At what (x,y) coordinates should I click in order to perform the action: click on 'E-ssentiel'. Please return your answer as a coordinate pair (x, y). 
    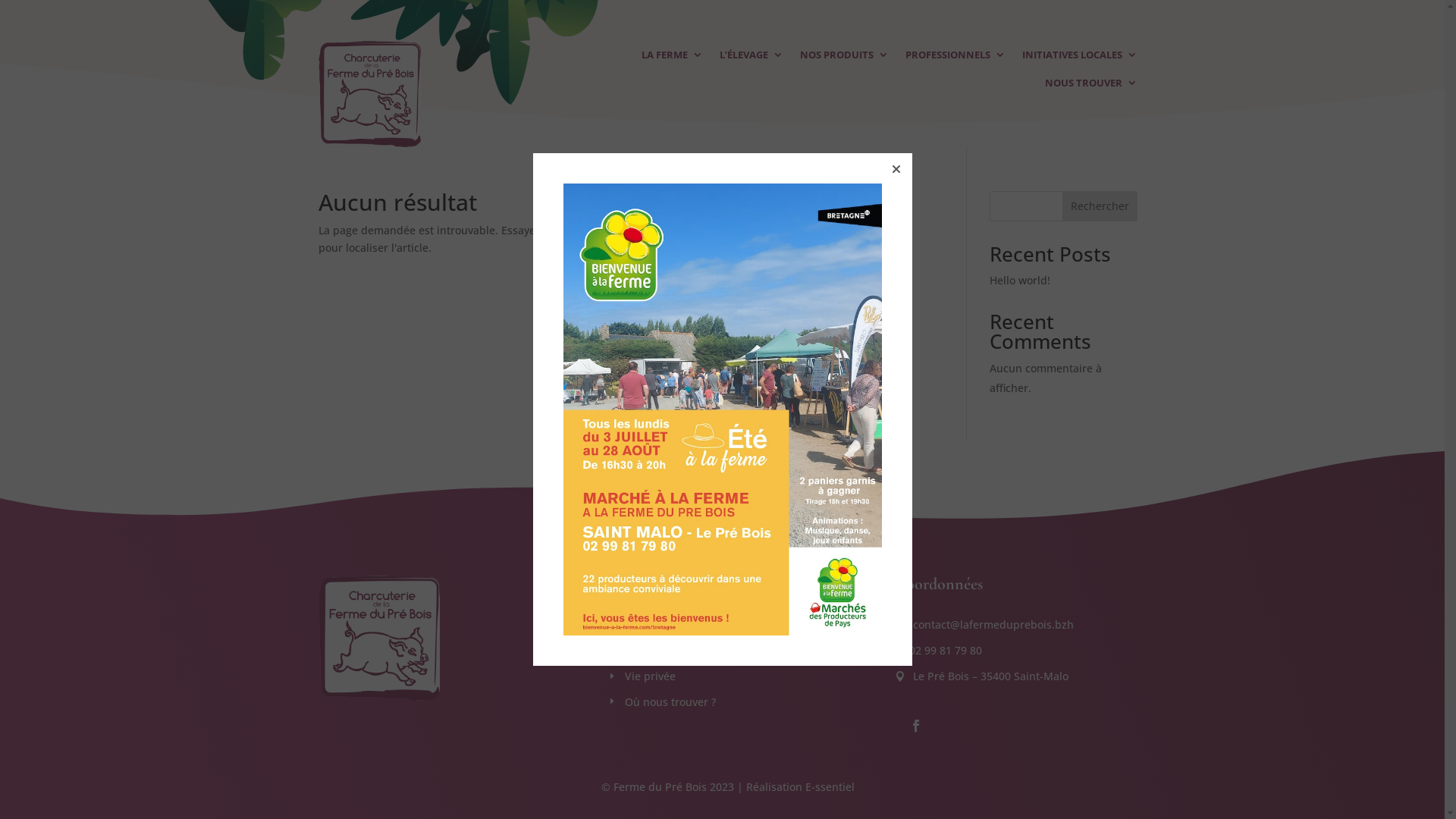
    Looking at the image, I should click on (829, 786).